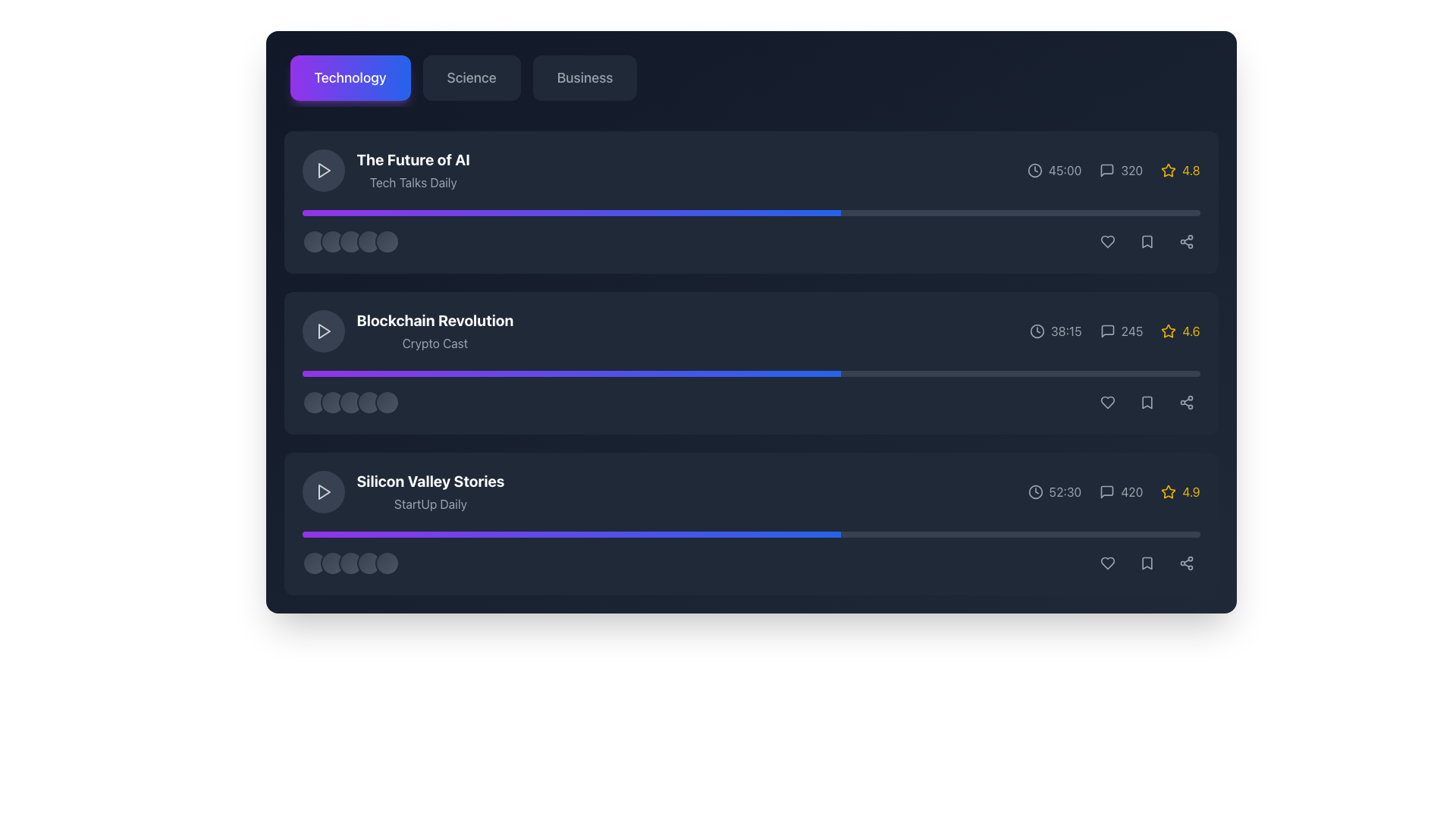  I want to click on the circular share button located at the far-right end of the button group, which is represented by a light gray share icon and changes color on hover, so click(1185, 563).